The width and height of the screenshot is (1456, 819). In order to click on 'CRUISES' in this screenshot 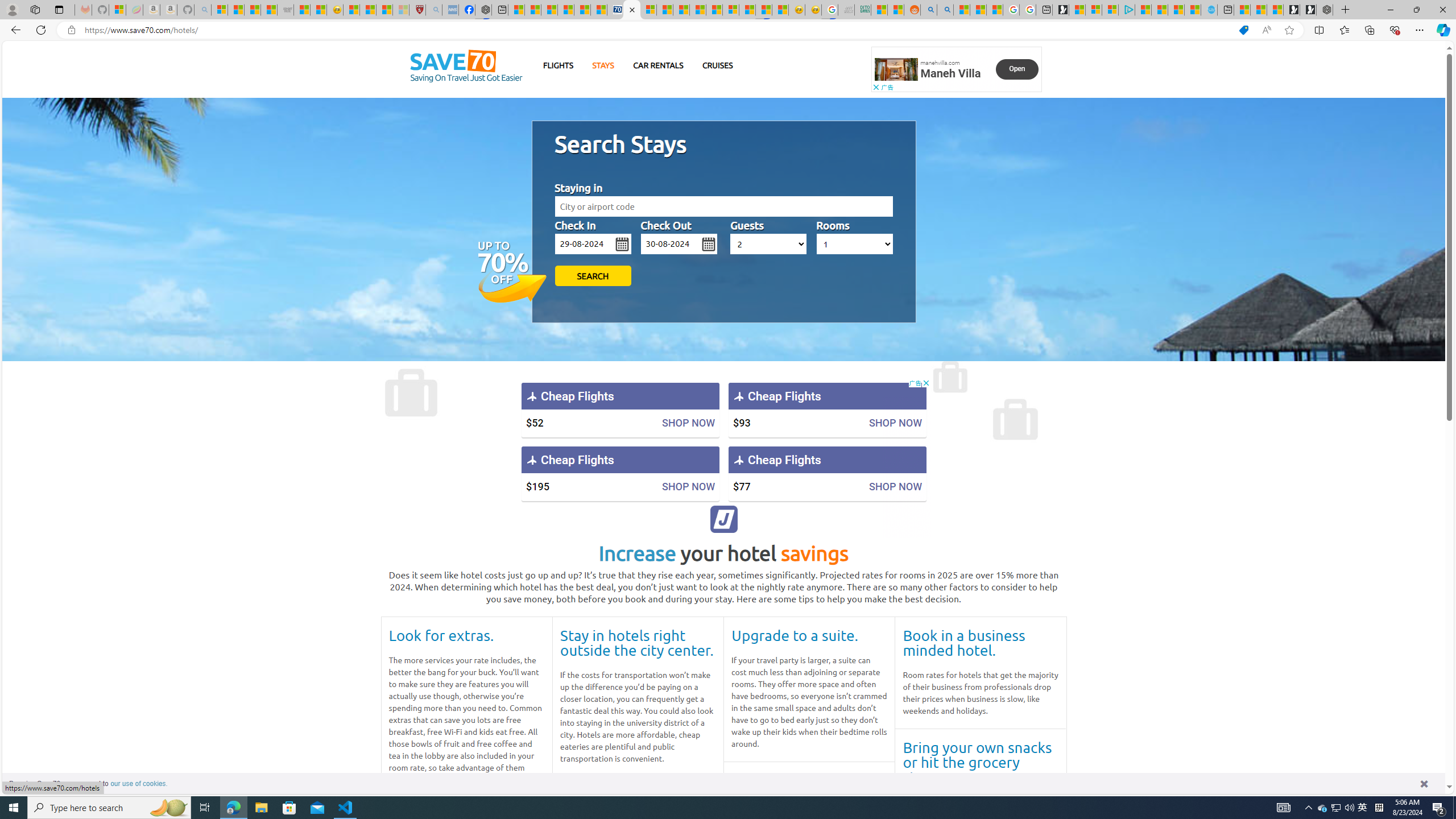, I will do `click(716, 65)`.